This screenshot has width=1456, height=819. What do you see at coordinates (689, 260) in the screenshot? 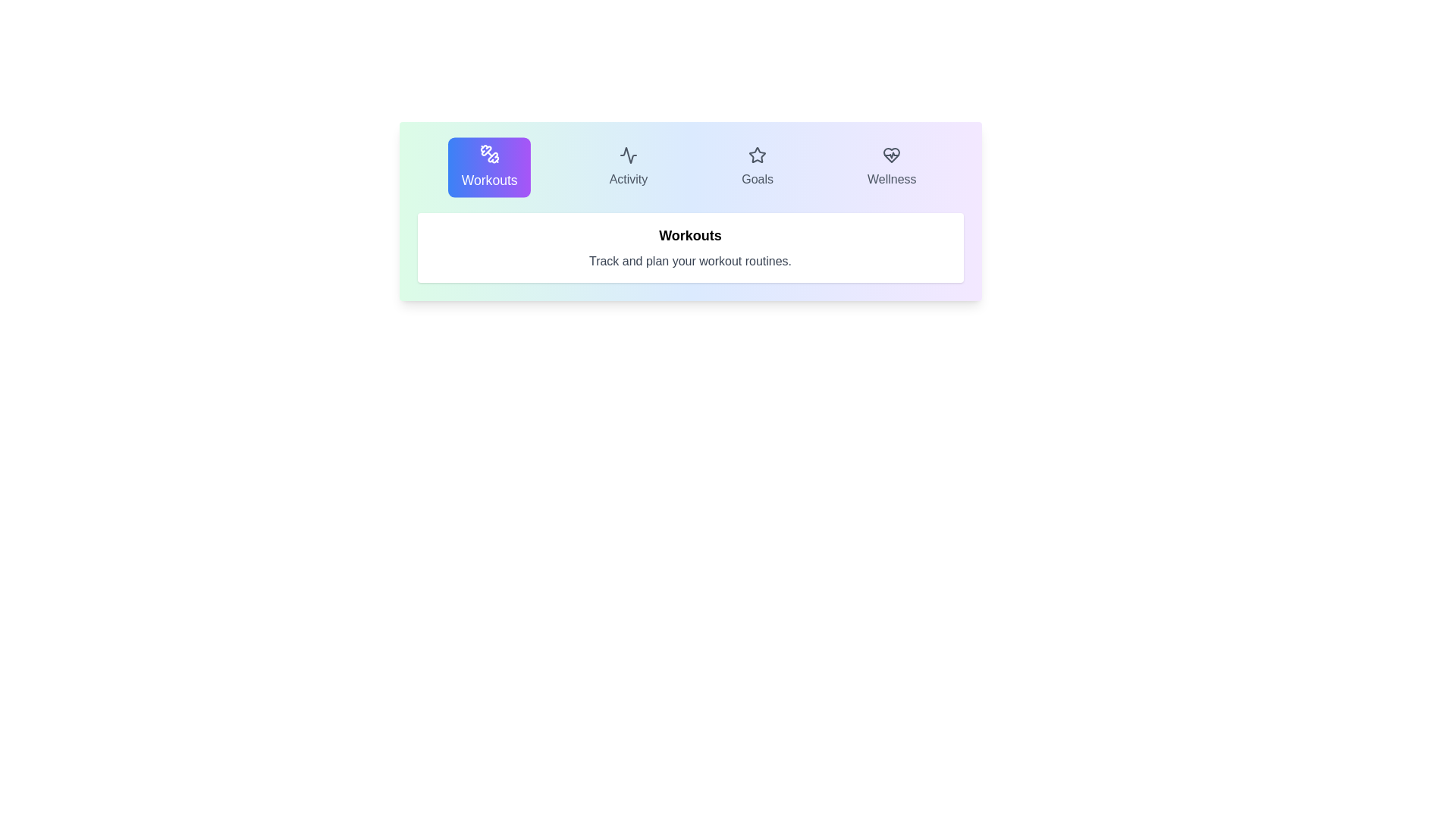
I see `the text display element providing additional context for the 'Workouts' section, which is positioned under the 'Workouts' heading text` at bounding box center [689, 260].